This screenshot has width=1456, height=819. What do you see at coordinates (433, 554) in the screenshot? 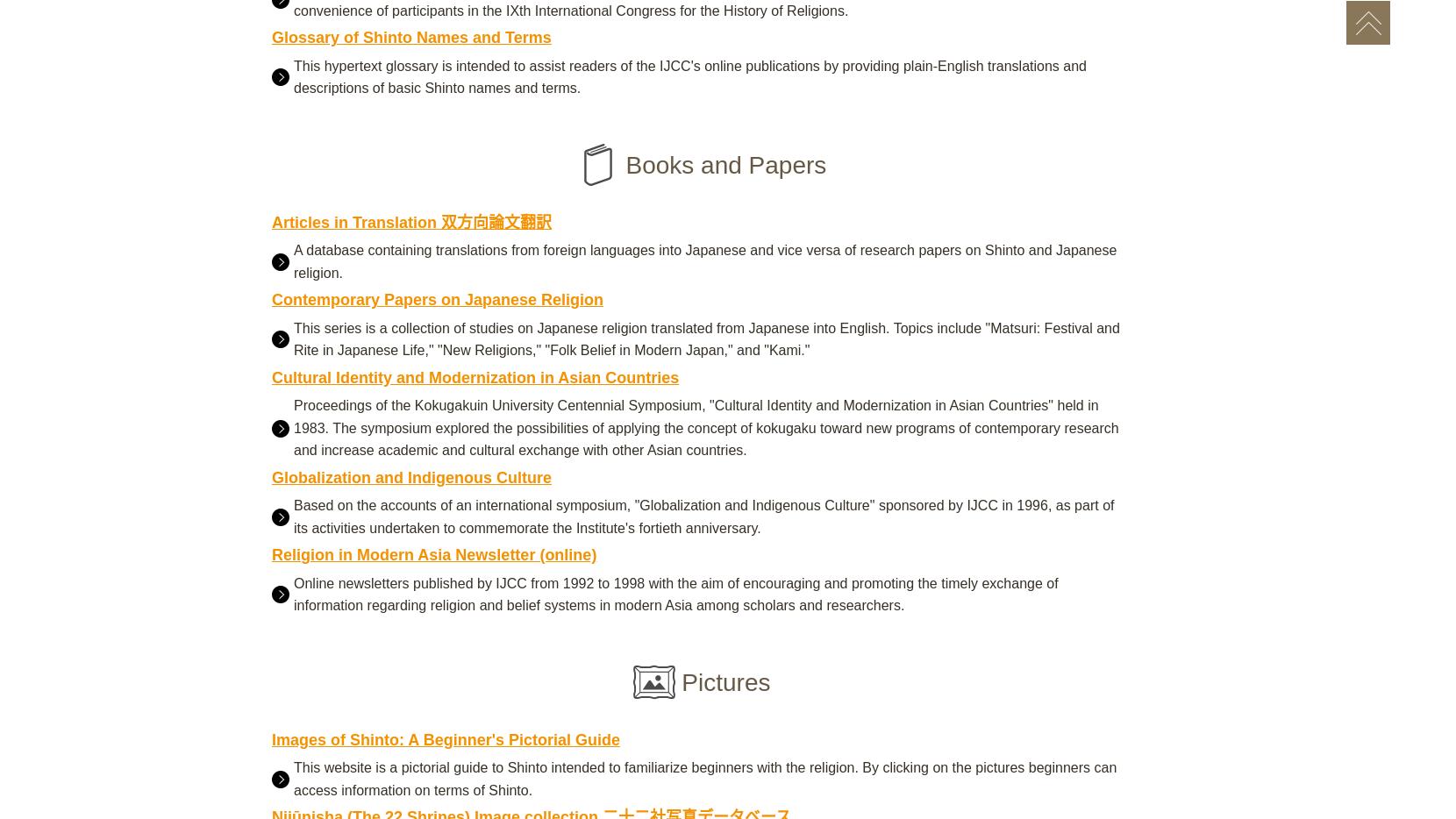
I see `'Religion in Modern Asia Newsletter (online)'` at bounding box center [433, 554].